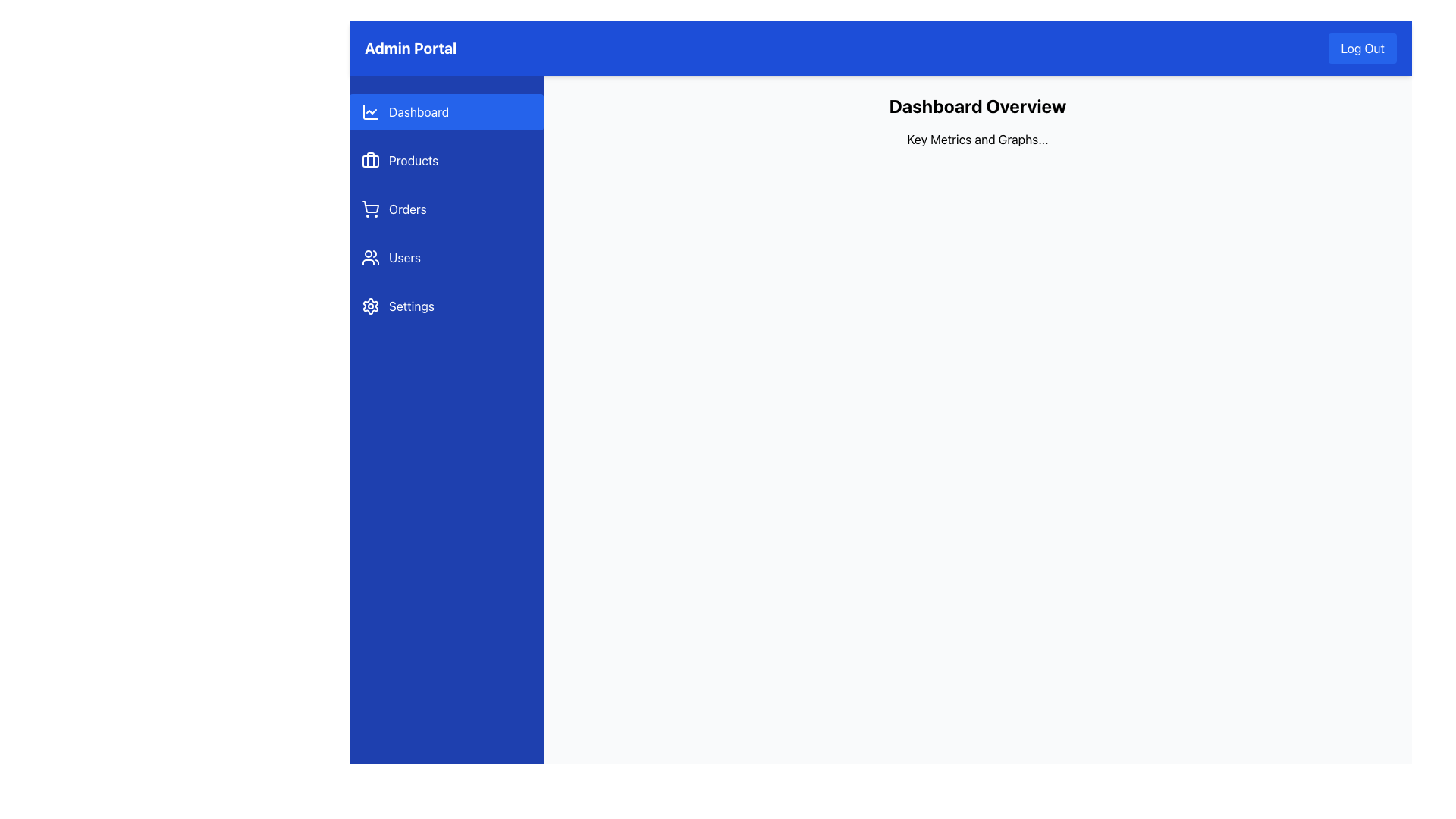  What do you see at coordinates (371, 161) in the screenshot?
I see `the 'Products' icon in the navigation menu` at bounding box center [371, 161].